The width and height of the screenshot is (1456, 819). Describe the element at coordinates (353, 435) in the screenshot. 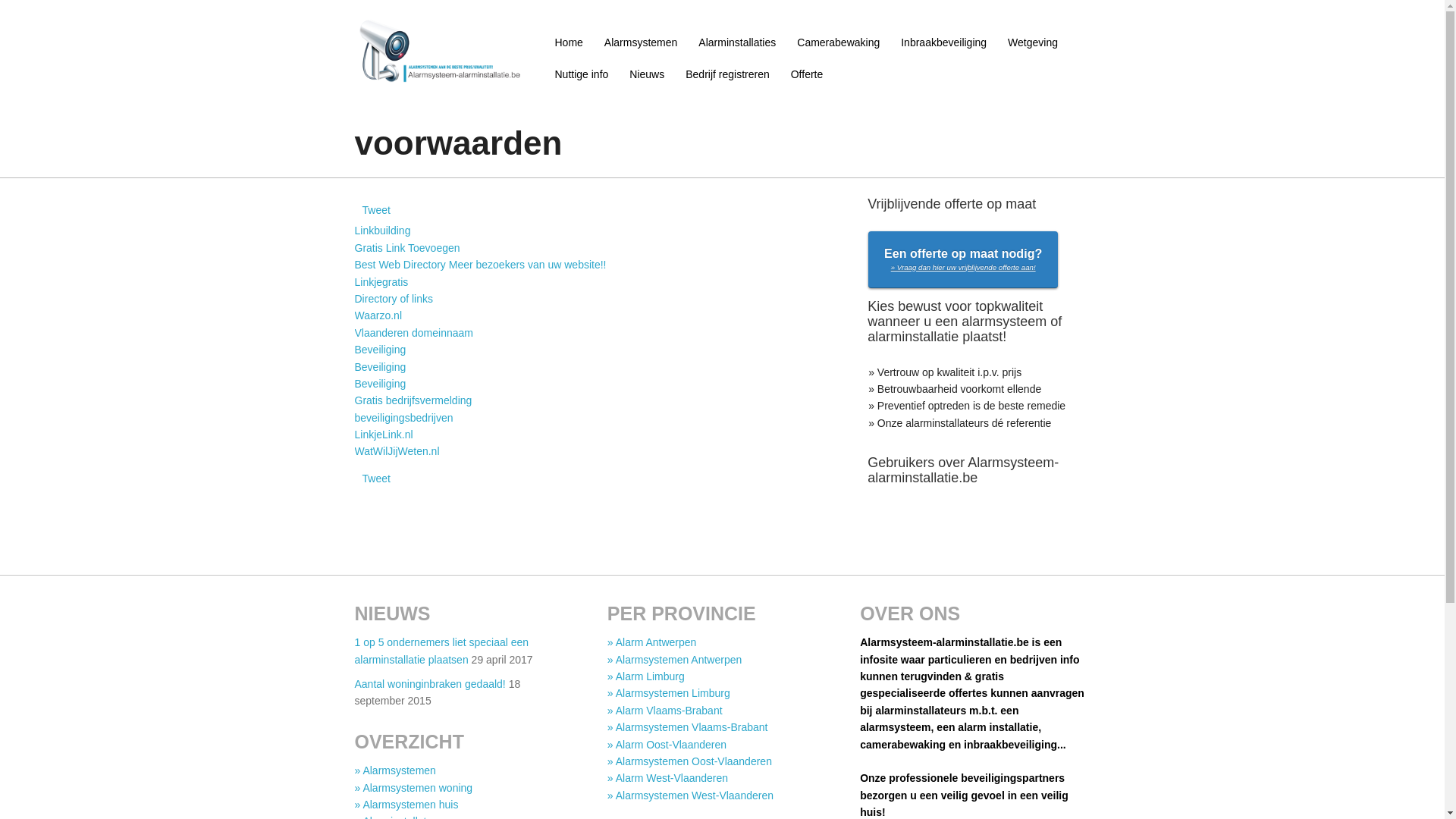

I see `'LinkjeLink.nl'` at that location.